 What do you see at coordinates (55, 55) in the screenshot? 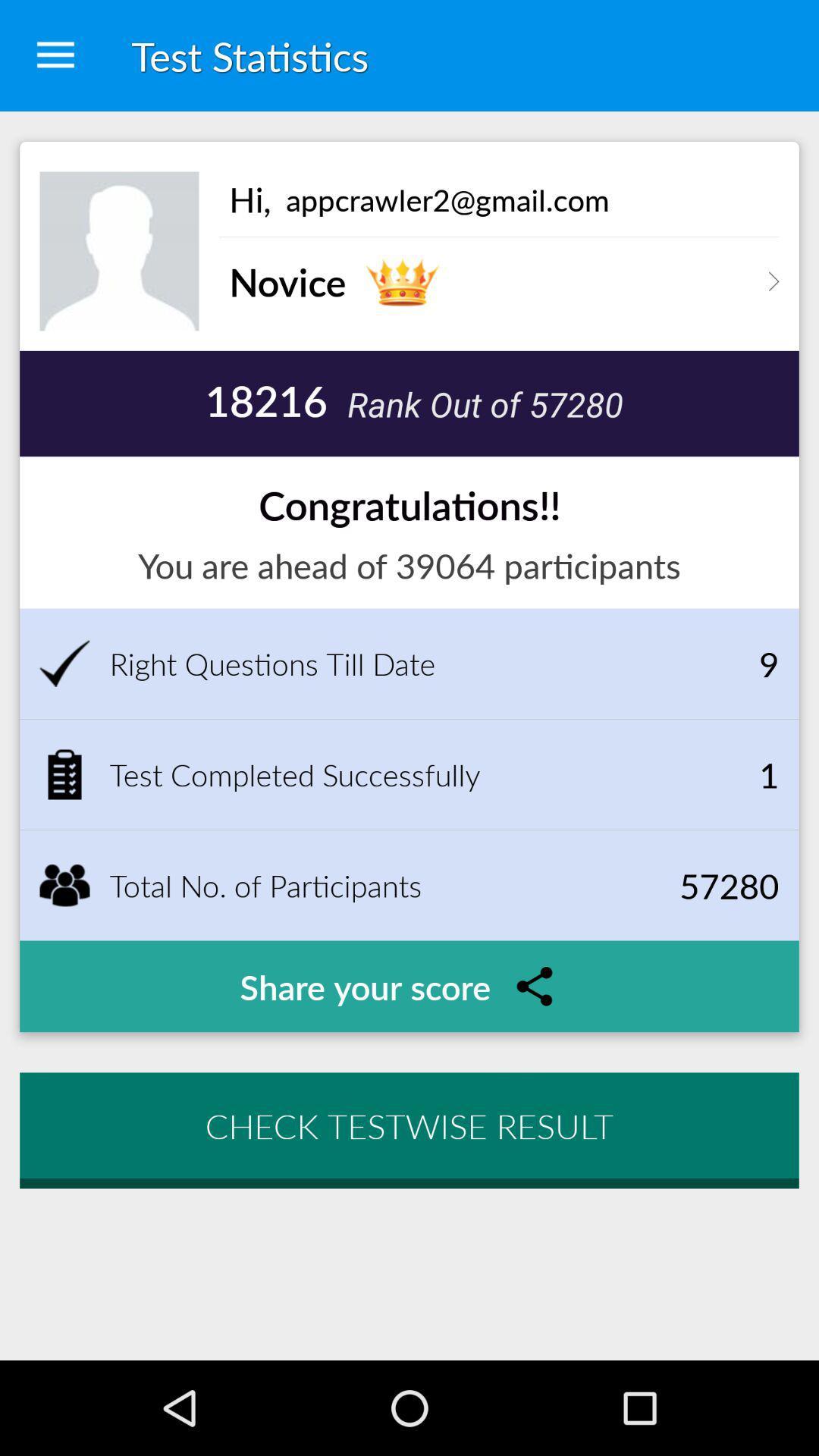
I see `item next to test statistics` at bounding box center [55, 55].